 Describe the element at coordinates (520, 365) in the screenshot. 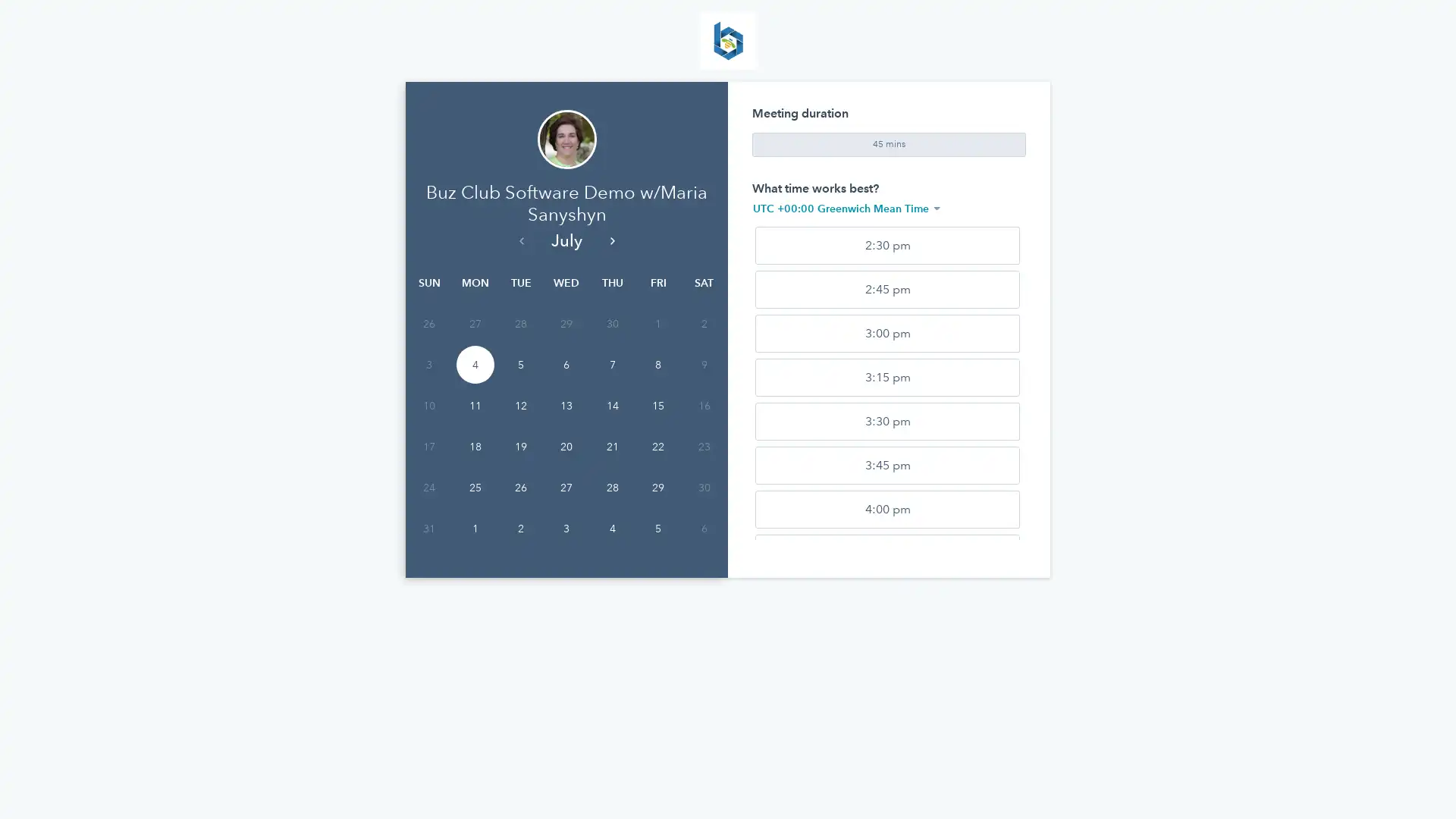

I see `July 5th` at that location.